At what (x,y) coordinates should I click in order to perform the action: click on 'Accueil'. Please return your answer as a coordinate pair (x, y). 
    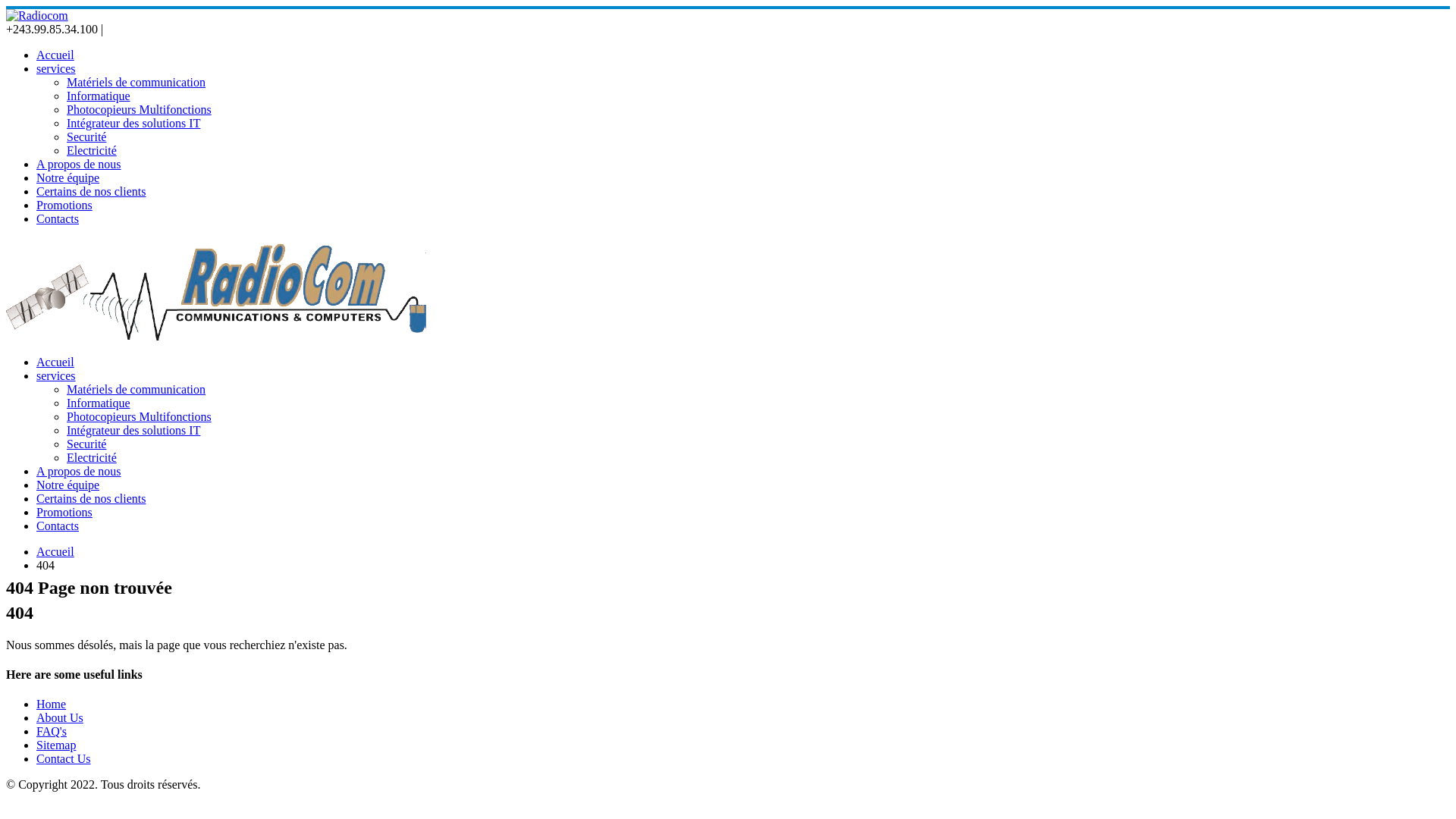
    Looking at the image, I should click on (55, 551).